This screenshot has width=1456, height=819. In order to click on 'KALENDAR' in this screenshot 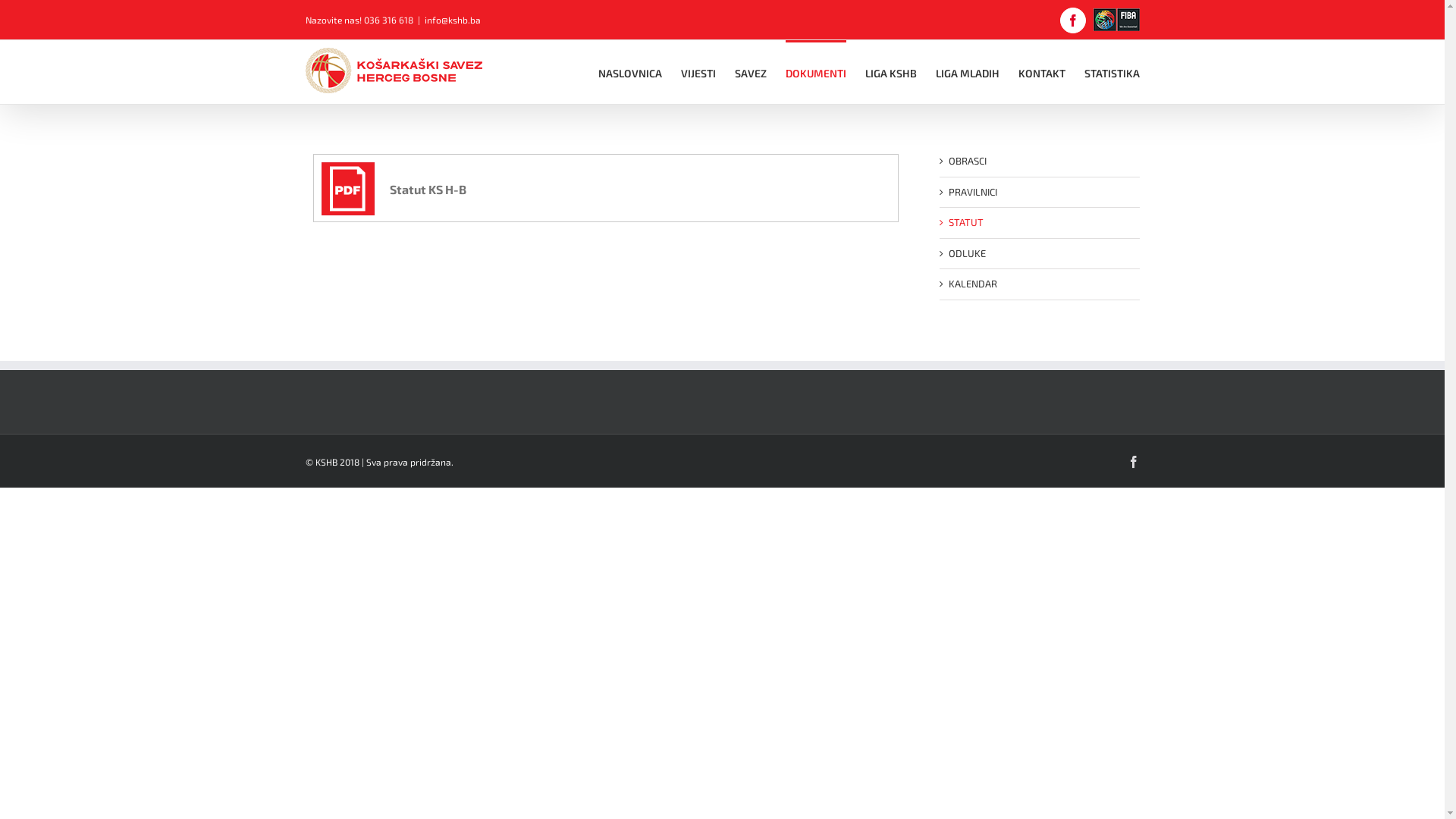, I will do `click(946, 284)`.